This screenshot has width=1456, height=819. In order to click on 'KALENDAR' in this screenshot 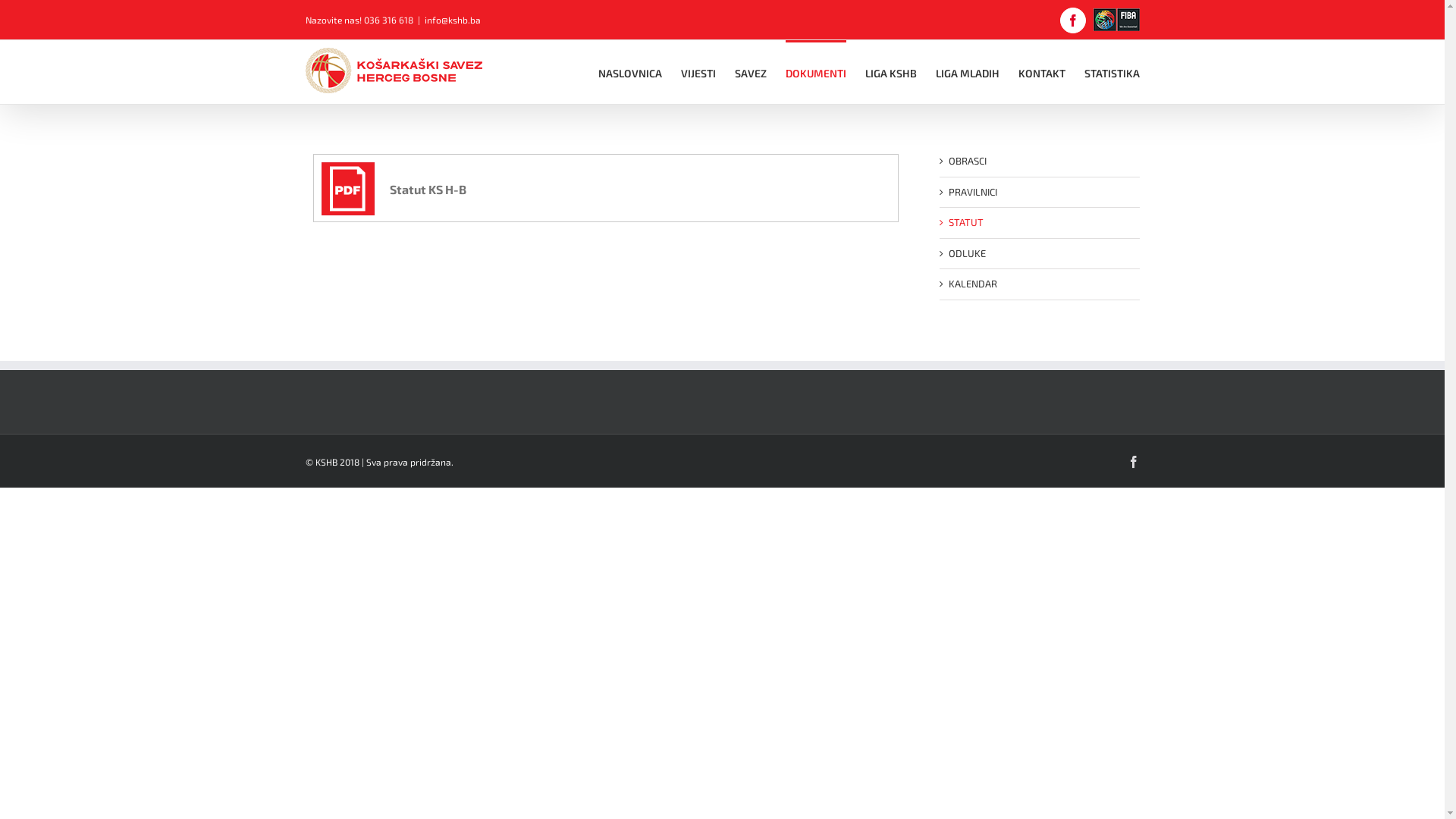, I will do `click(946, 284)`.